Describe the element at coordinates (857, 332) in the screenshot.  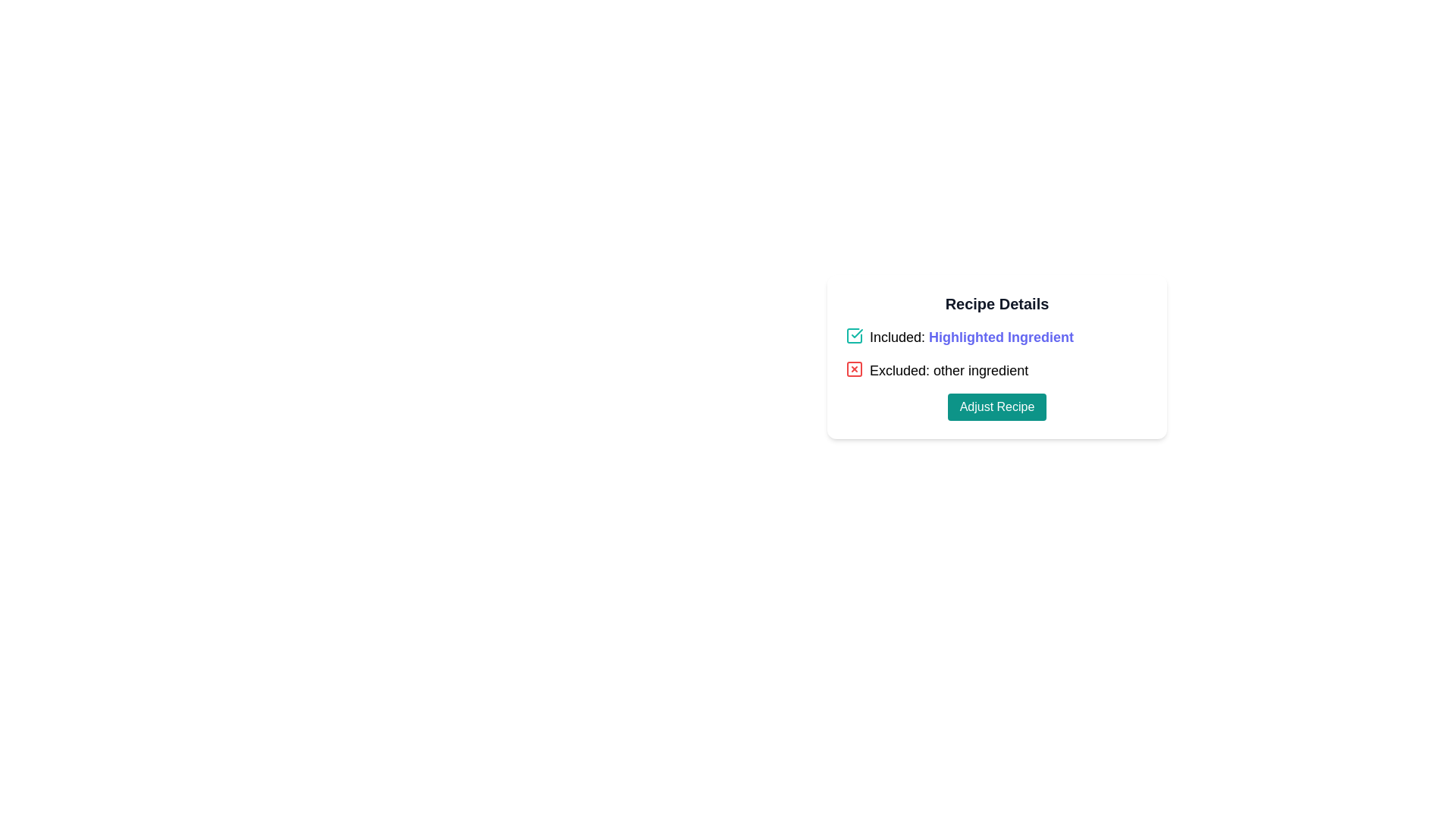
I see `the graphical checkmark icon that indicates the 'included' status for an ingredient in the Recipe Details section` at that location.